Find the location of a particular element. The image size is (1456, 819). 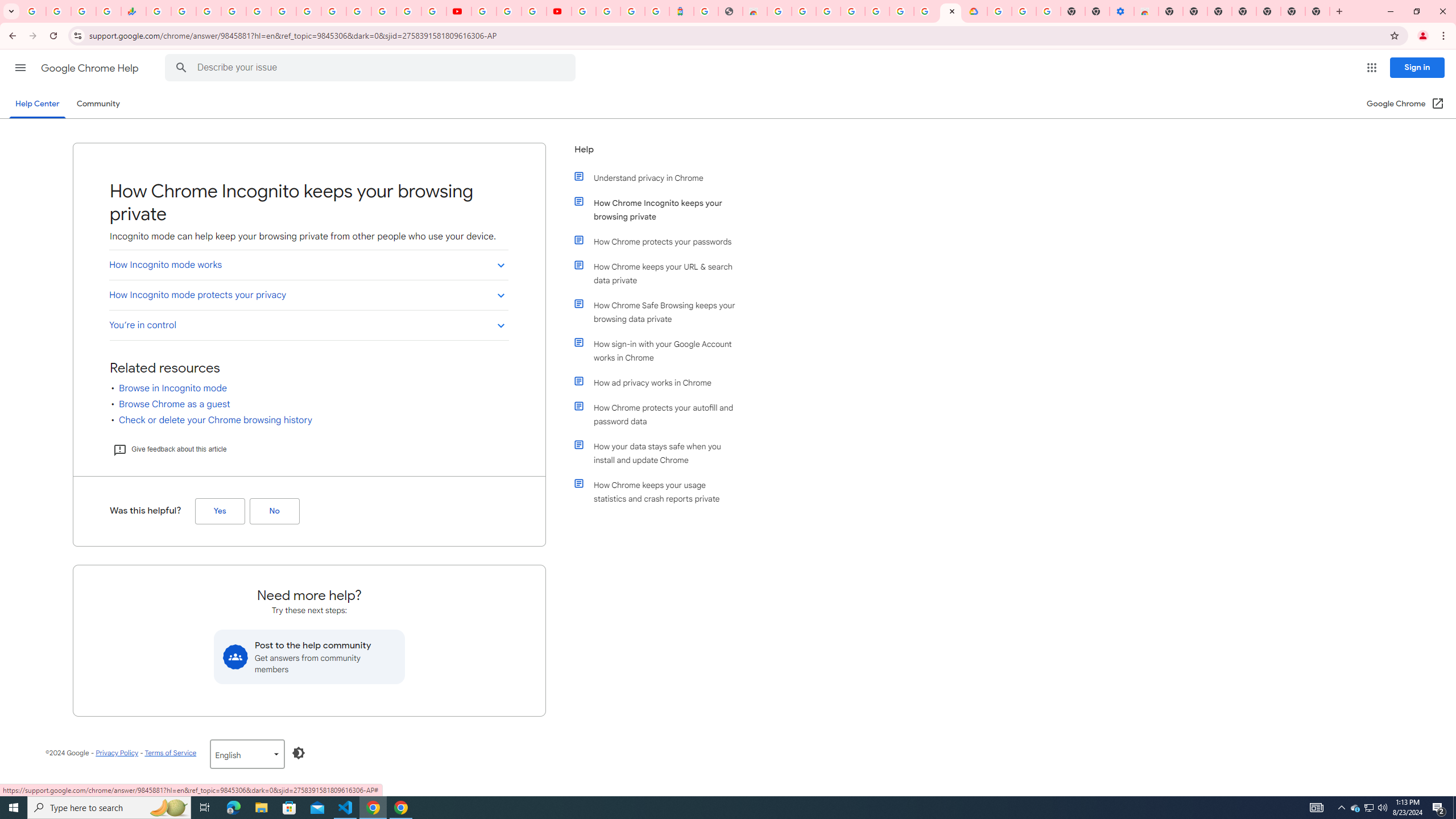

'Give feedback about this article' is located at coordinates (169, 448).